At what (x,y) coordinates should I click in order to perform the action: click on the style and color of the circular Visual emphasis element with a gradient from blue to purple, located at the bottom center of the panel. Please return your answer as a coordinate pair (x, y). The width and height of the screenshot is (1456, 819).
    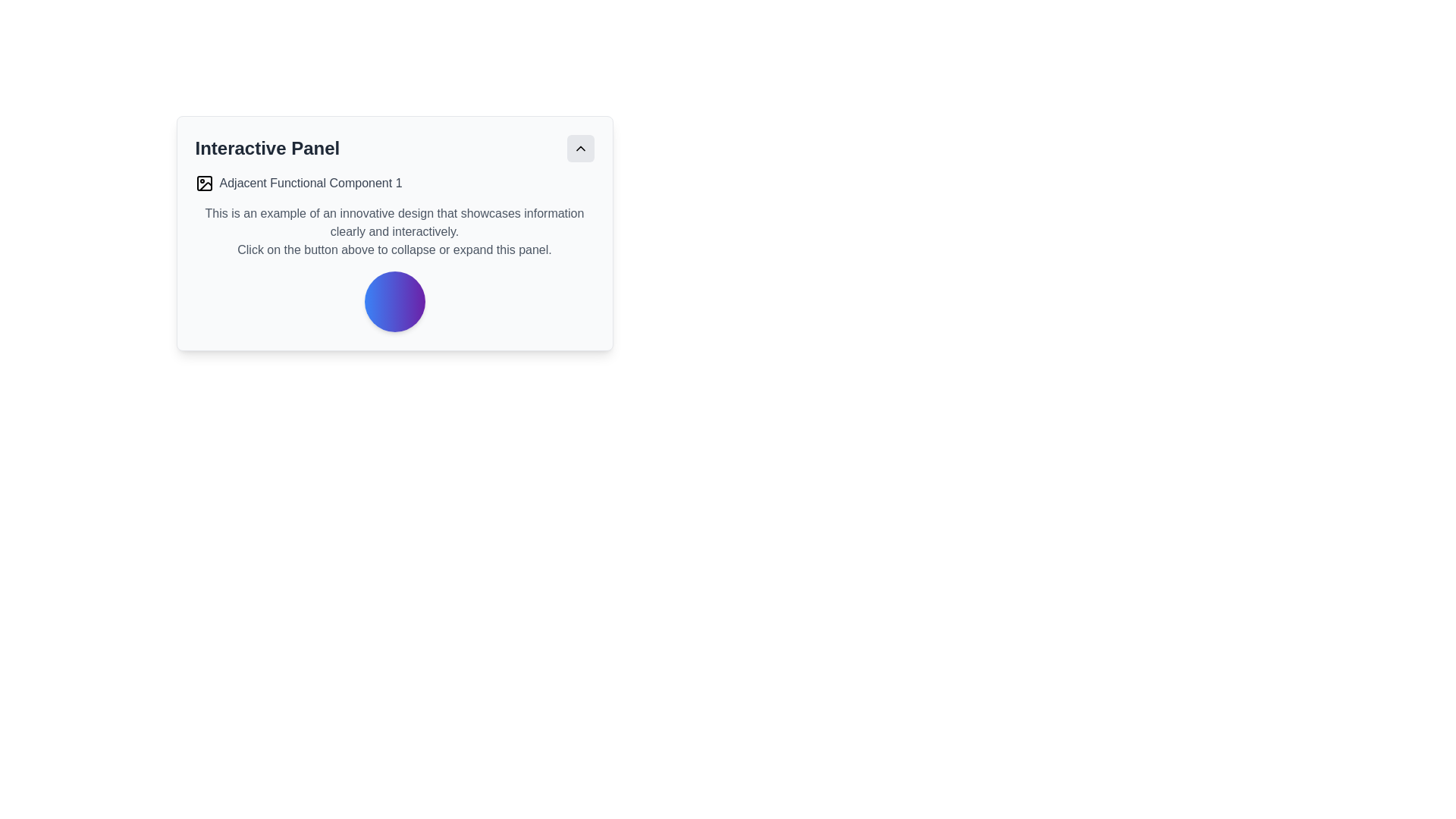
    Looking at the image, I should click on (394, 301).